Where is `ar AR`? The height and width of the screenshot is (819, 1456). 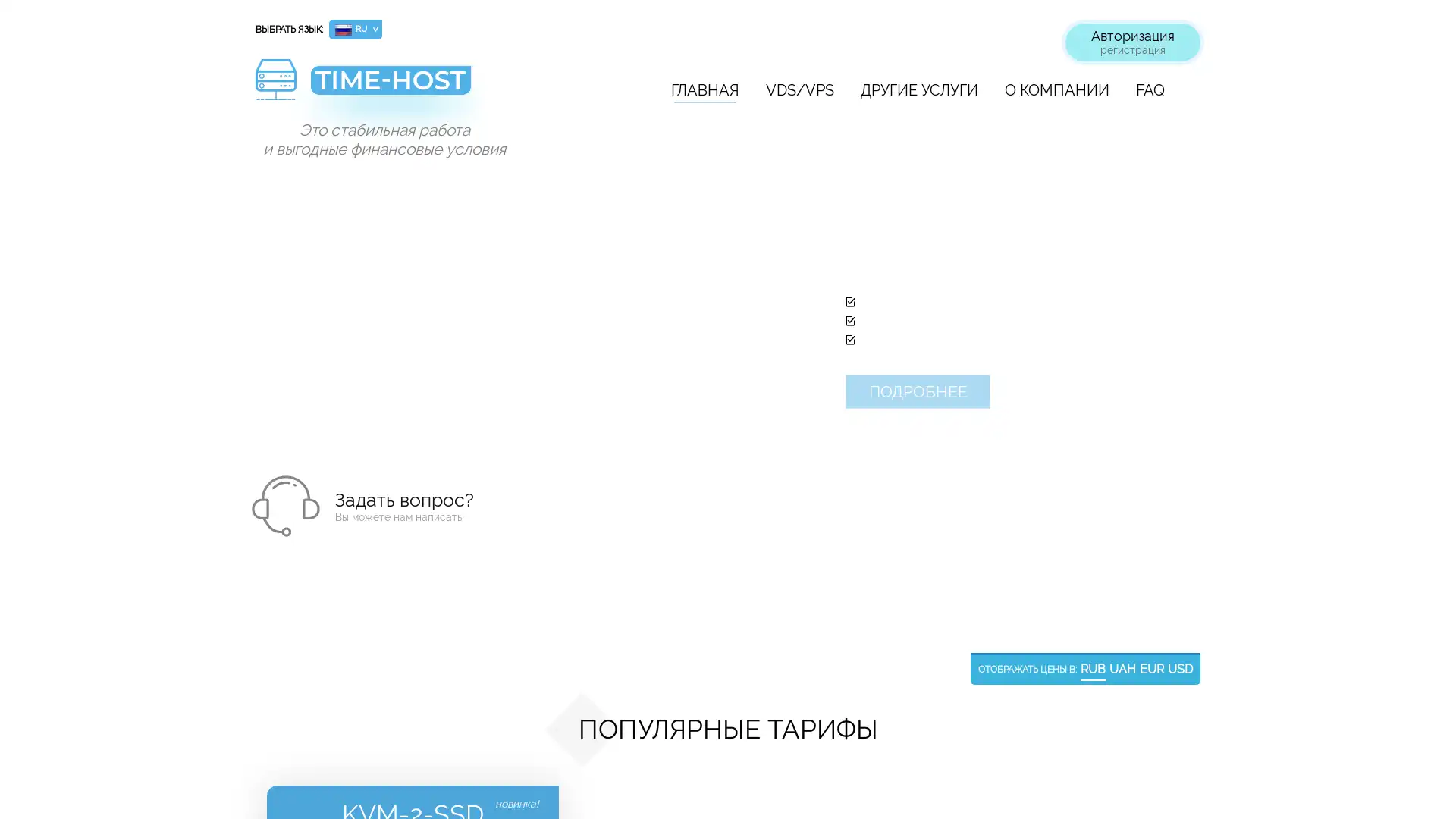
ar AR is located at coordinates (355, 186).